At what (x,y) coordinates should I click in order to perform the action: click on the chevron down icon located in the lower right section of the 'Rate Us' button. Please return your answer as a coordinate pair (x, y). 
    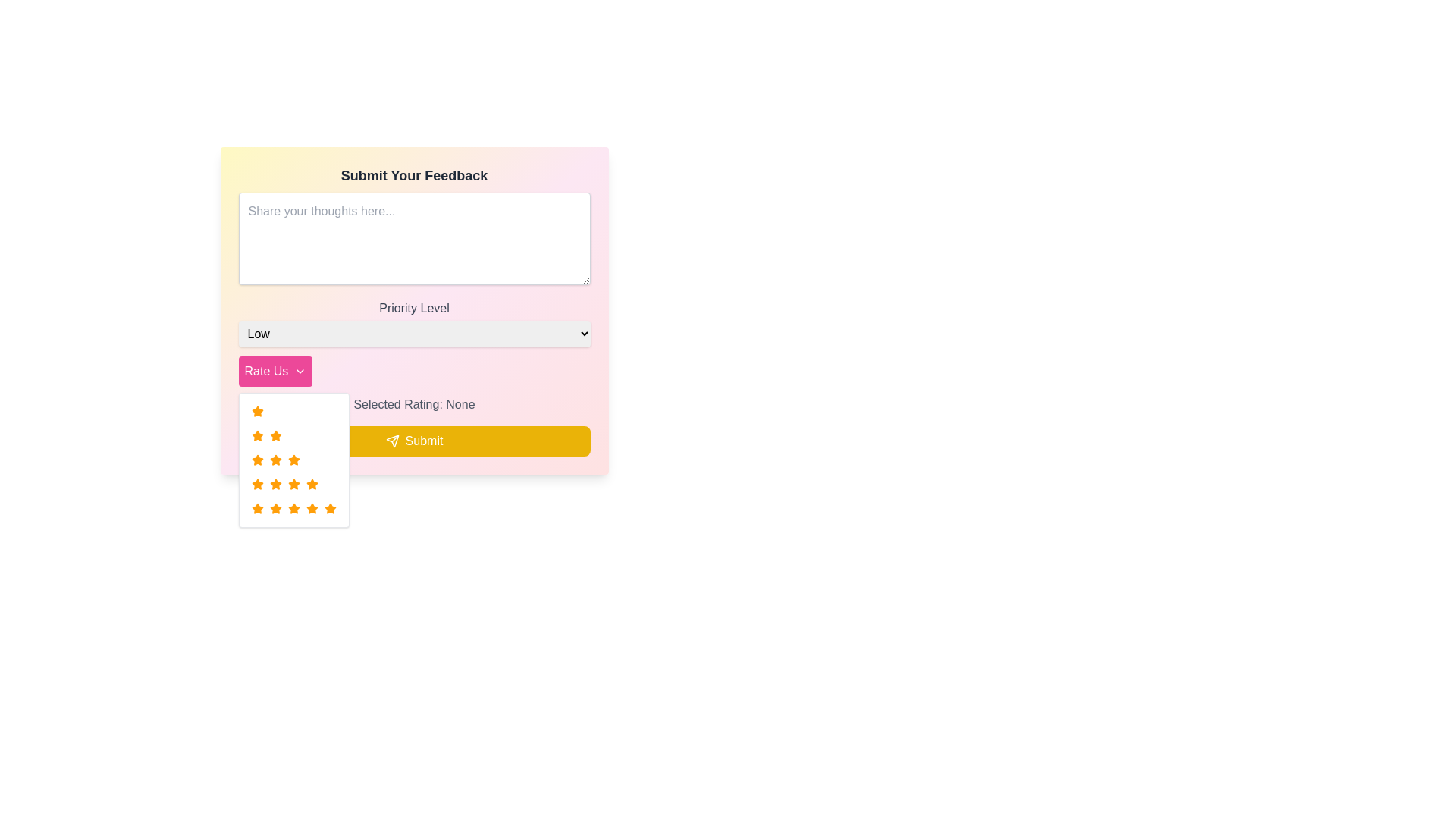
    Looking at the image, I should click on (300, 371).